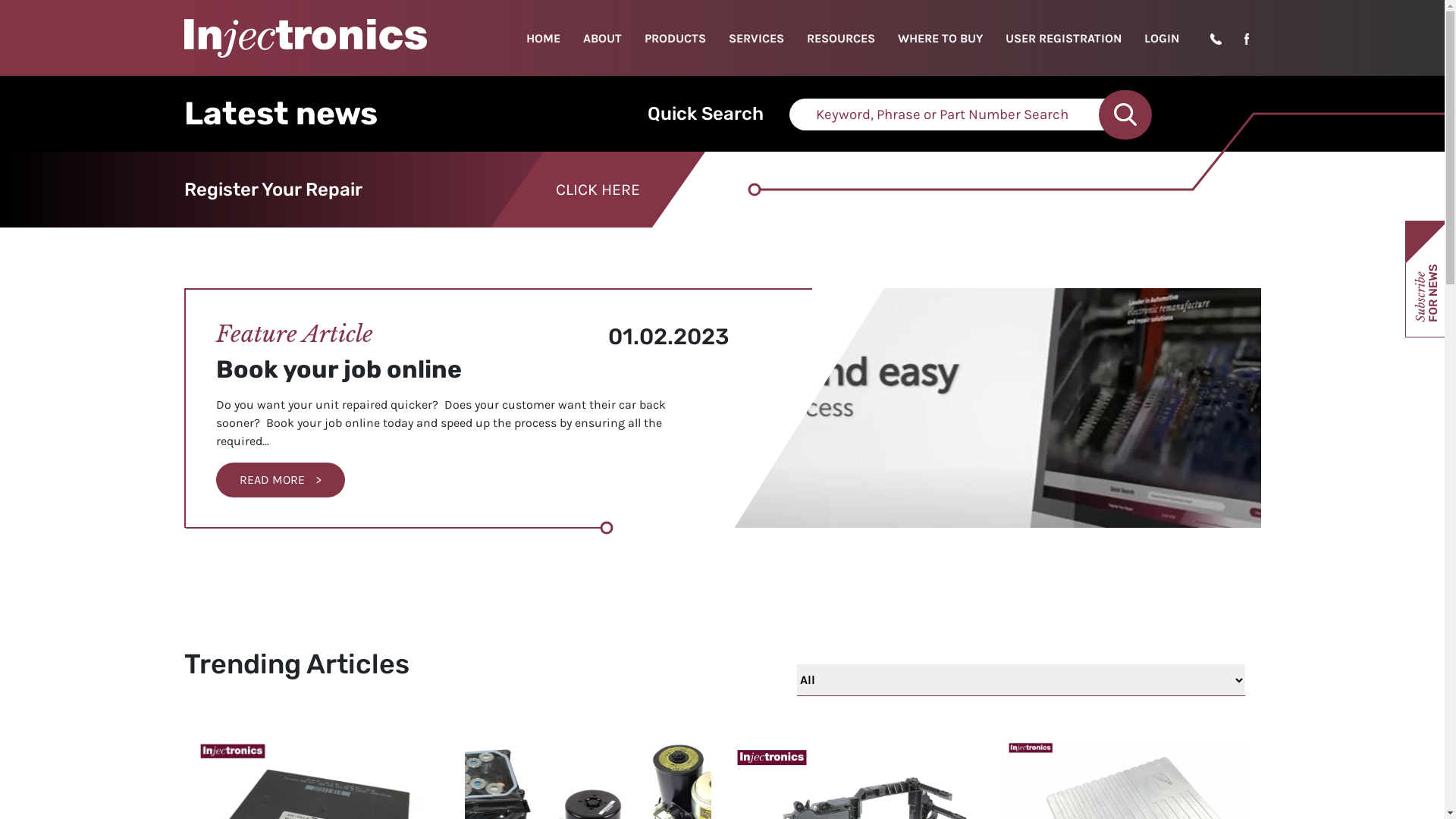 The image size is (1456, 819). What do you see at coordinates (839, 36) in the screenshot?
I see `'RESOURCES'` at bounding box center [839, 36].